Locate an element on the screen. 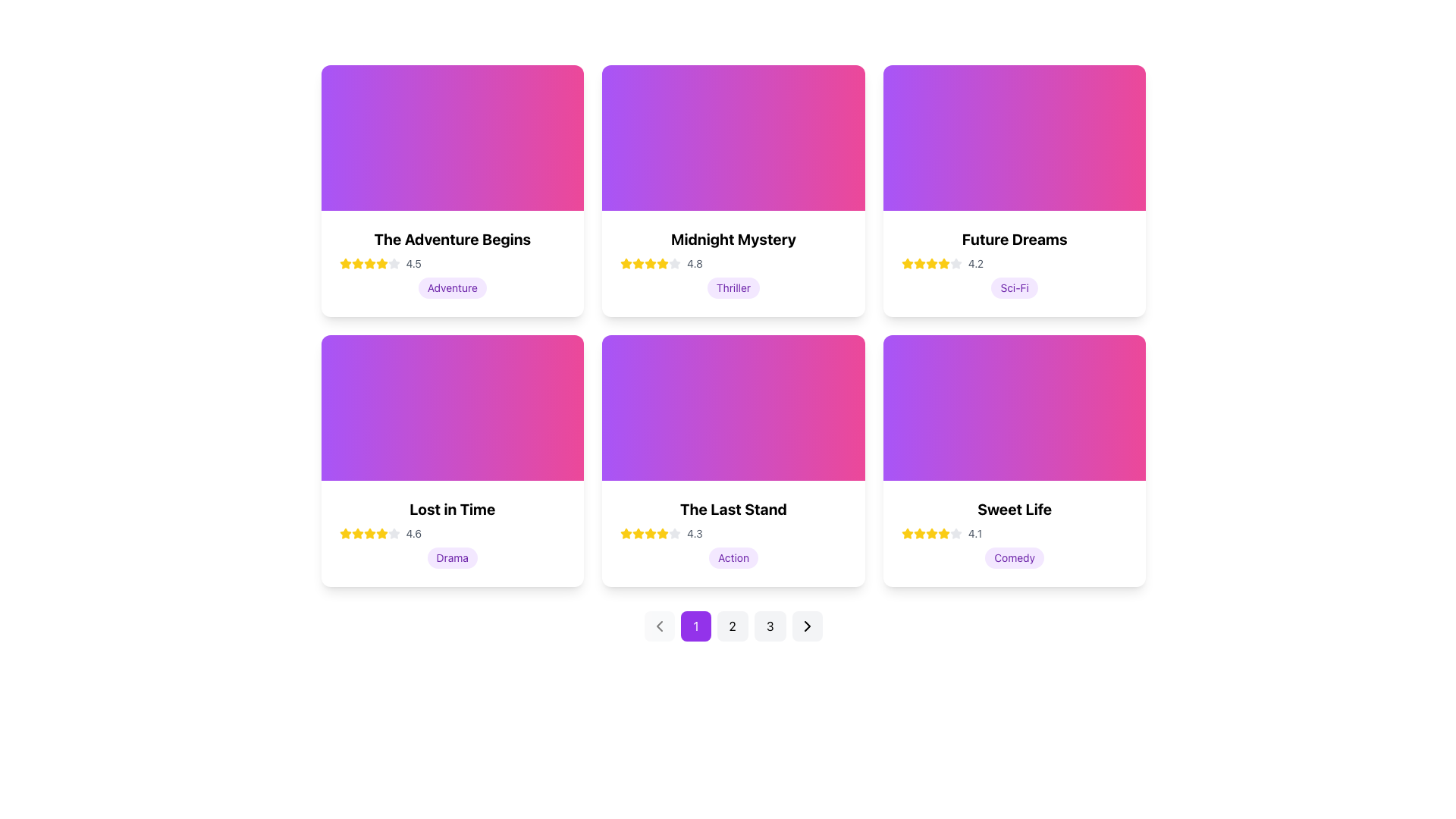 This screenshot has height=819, width=1456. the third star icon in the five-star rating system below the movie card titled 'The Last Stand' to interact with it, potentially adjusting the rating is located at coordinates (673, 532).